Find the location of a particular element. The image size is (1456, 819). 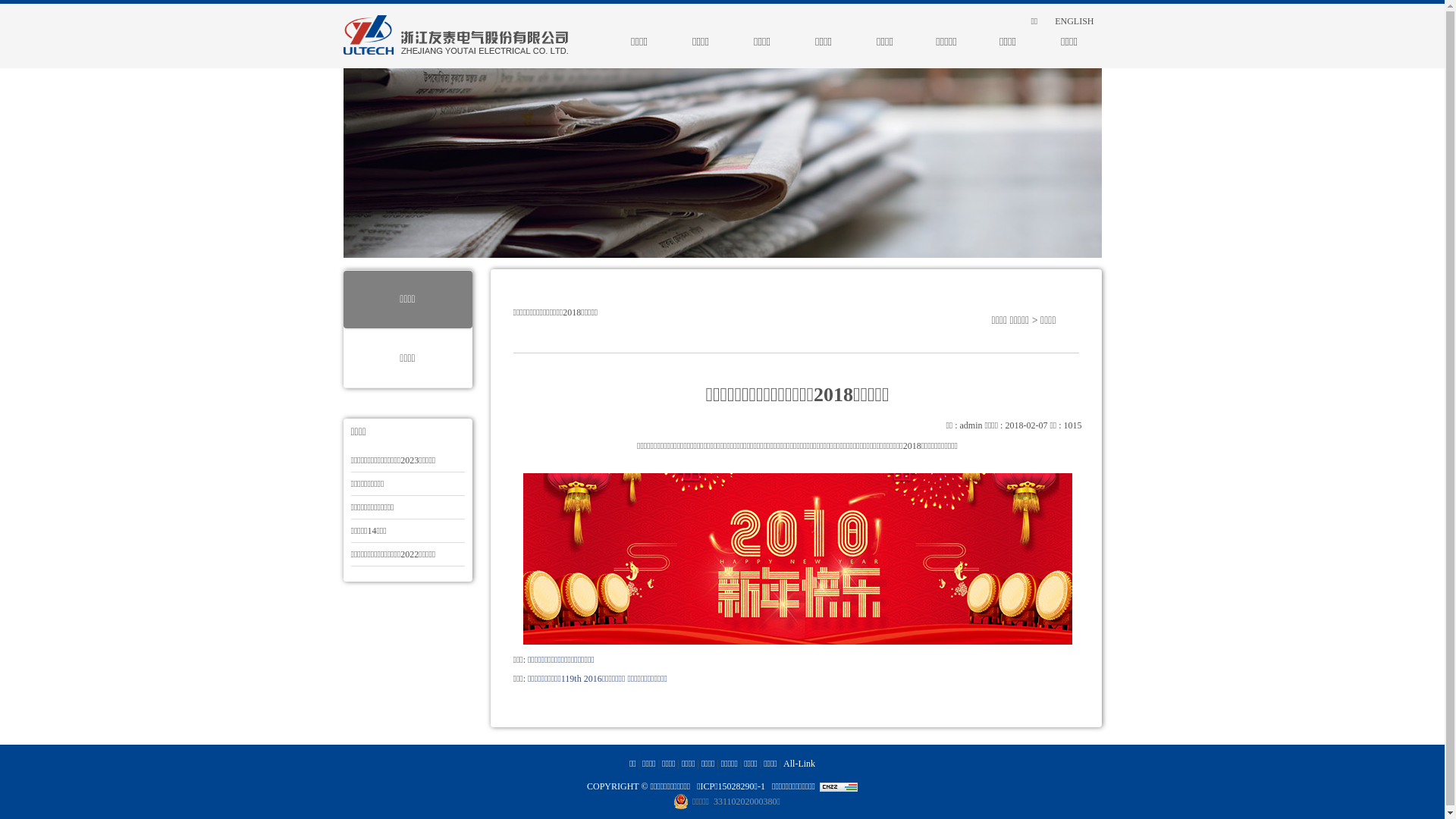

'rss' is located at coordinates (1000, 20).